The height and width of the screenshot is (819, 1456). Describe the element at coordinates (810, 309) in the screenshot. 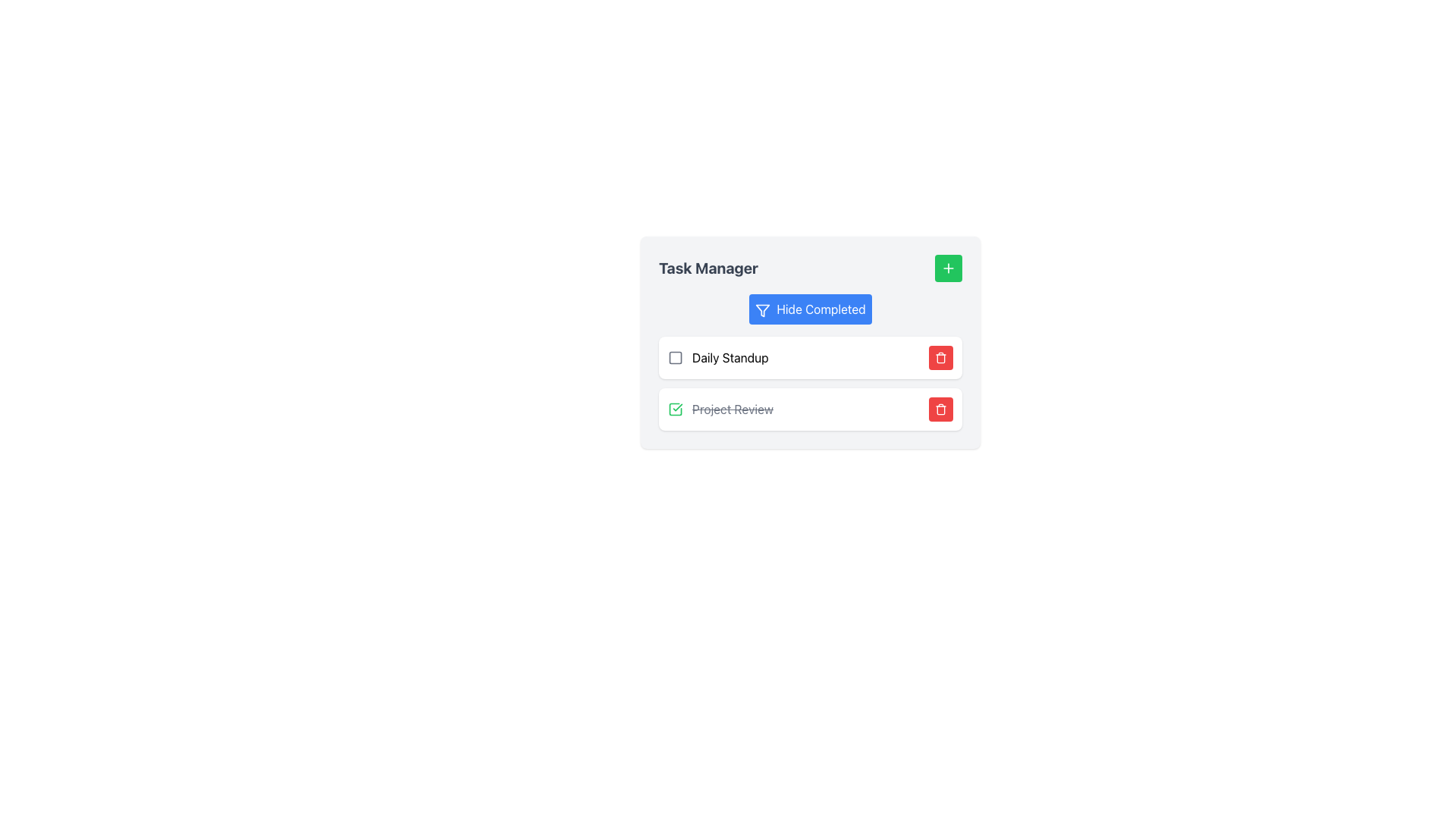

I see `the button used to toggle the visibility of completed tasks in the task list, located to the left of the green '+' button` at that location.